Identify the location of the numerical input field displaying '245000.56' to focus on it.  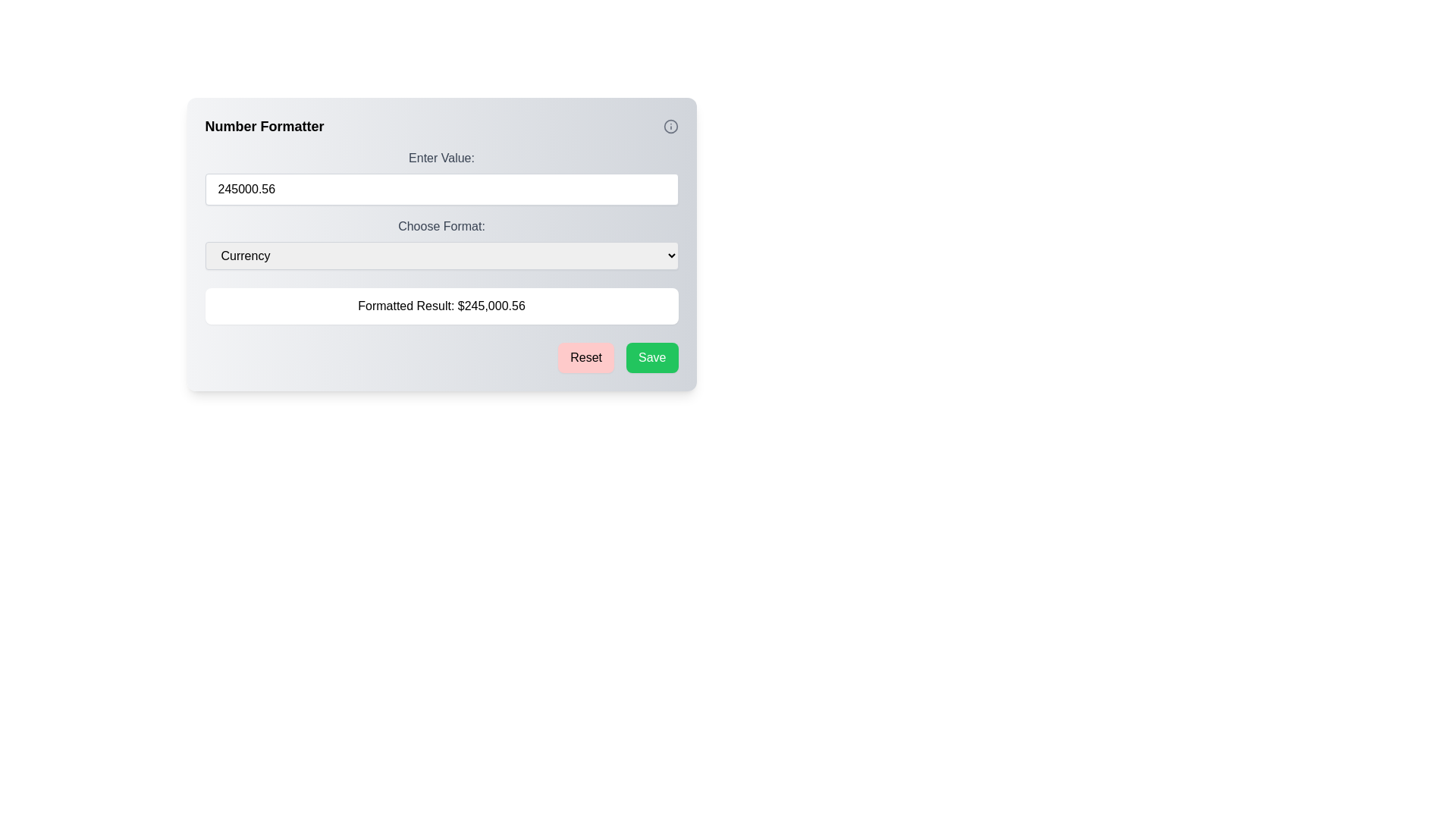
(441, 189).